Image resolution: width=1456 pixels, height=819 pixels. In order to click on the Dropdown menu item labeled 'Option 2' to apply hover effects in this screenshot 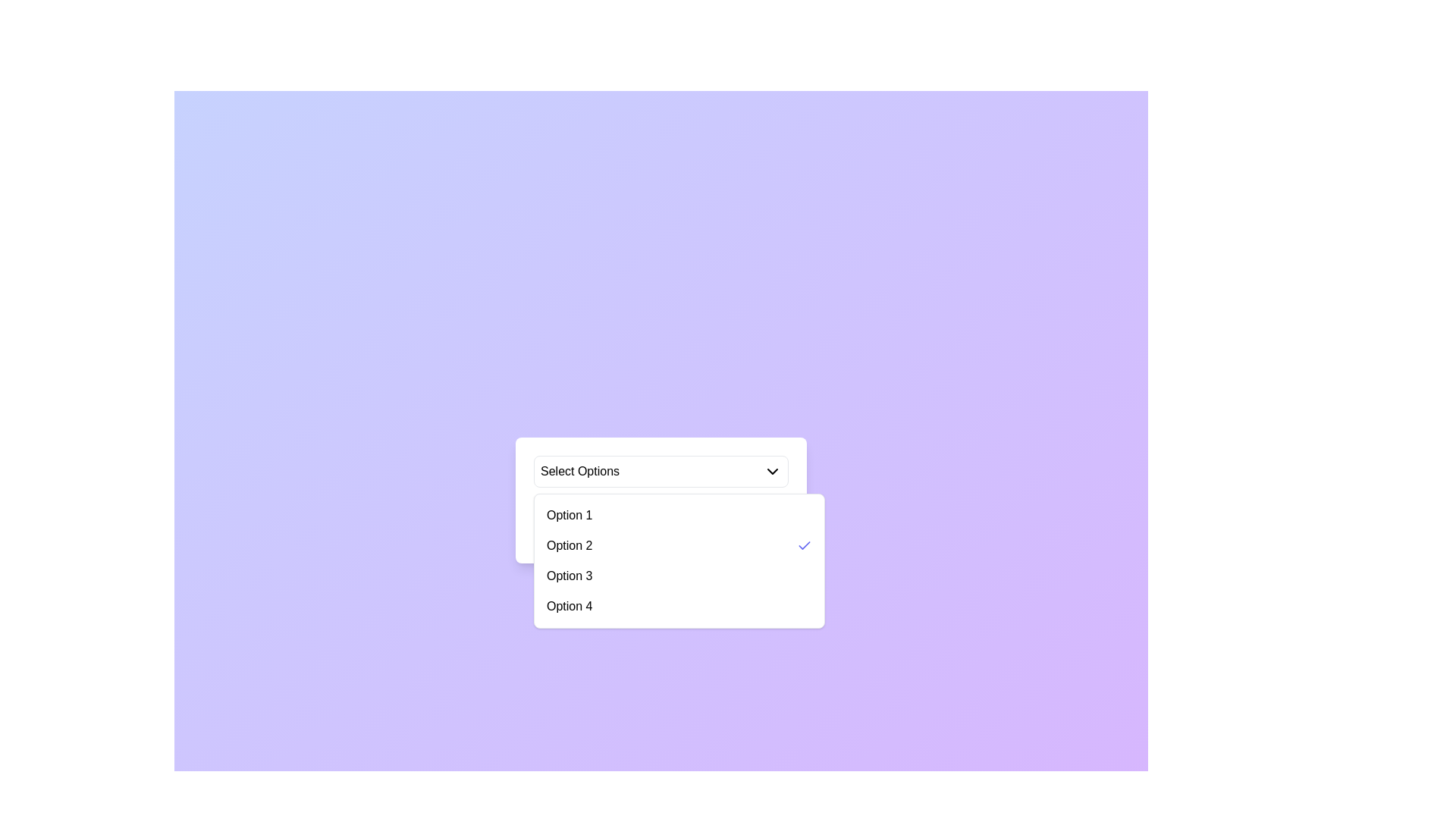, I will do `click(679, 546)`.